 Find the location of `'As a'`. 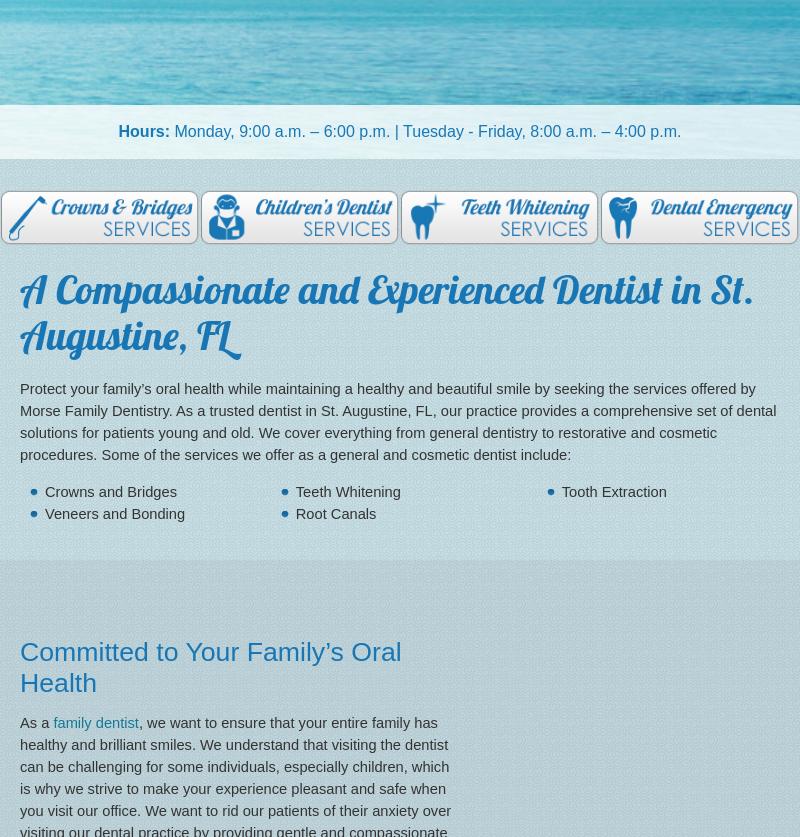

'As a' is located at coordinates (35, 720).